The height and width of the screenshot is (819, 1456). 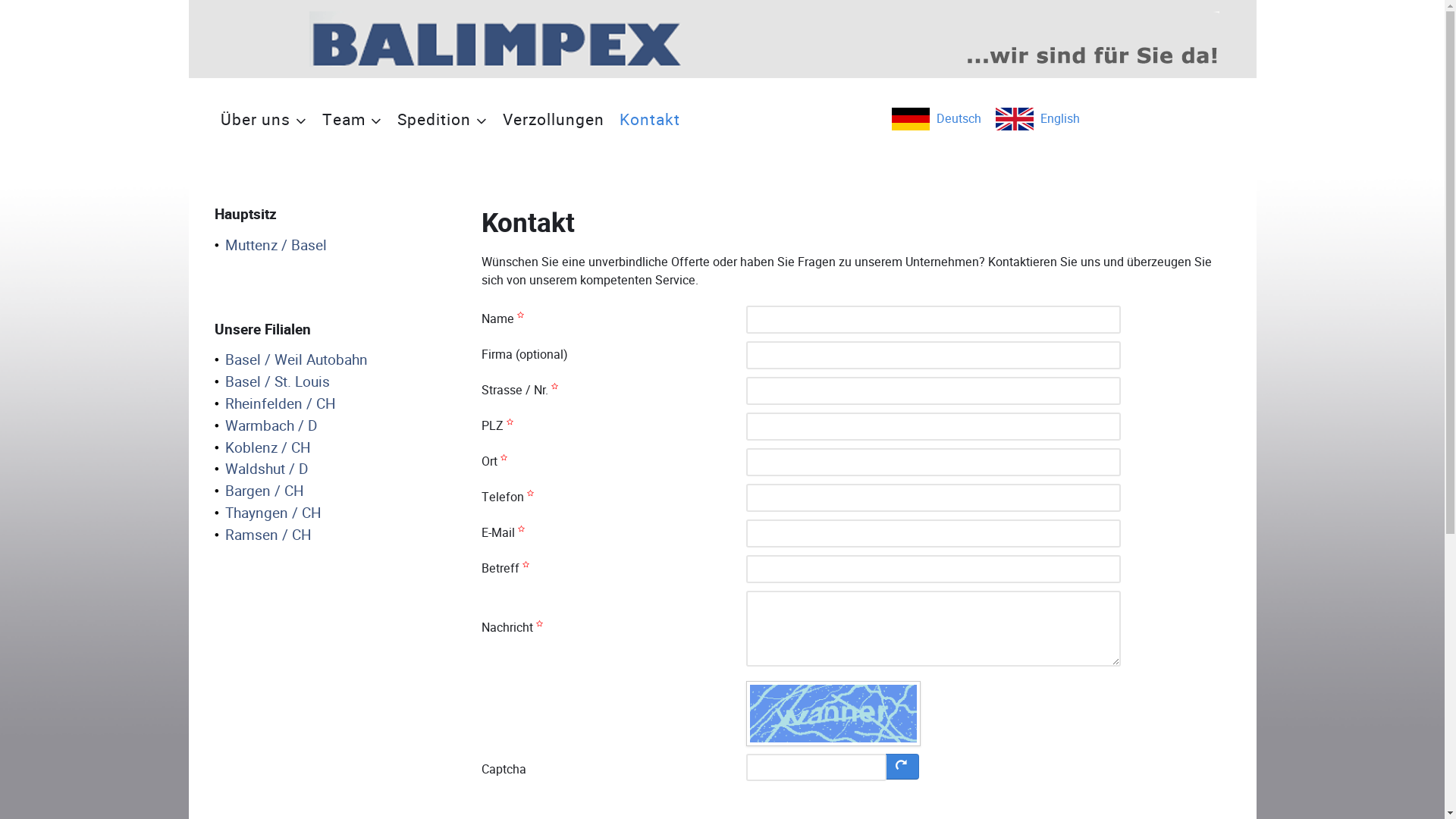 I want to click on 'Waldshut / D', so click(x=213, y=469).